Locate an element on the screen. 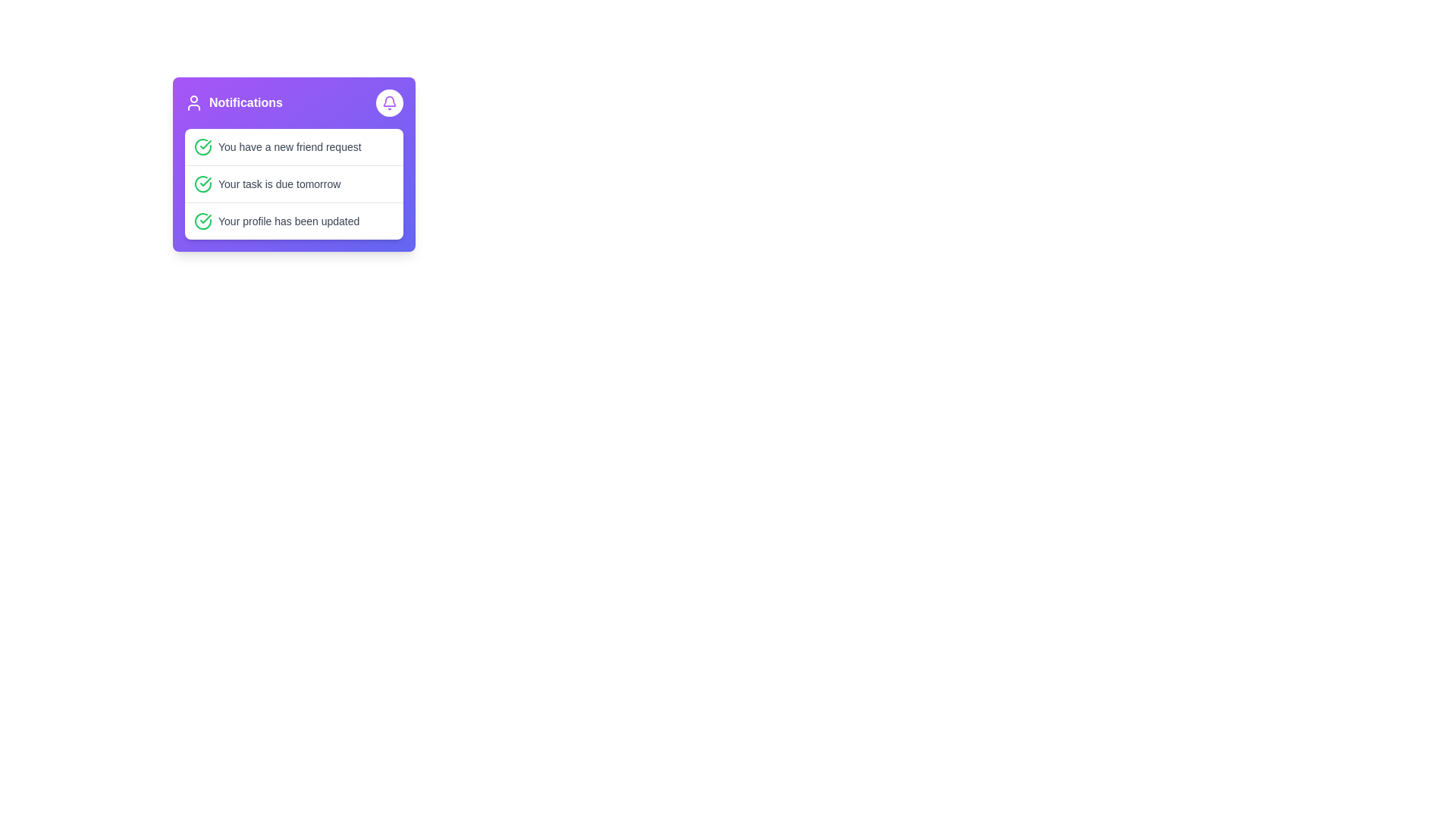 Image resolution: width=1456 pixels, height=819 pixels. the rounded button icon located in the top-right corner of the notification card is located at coordinates (389, 102).